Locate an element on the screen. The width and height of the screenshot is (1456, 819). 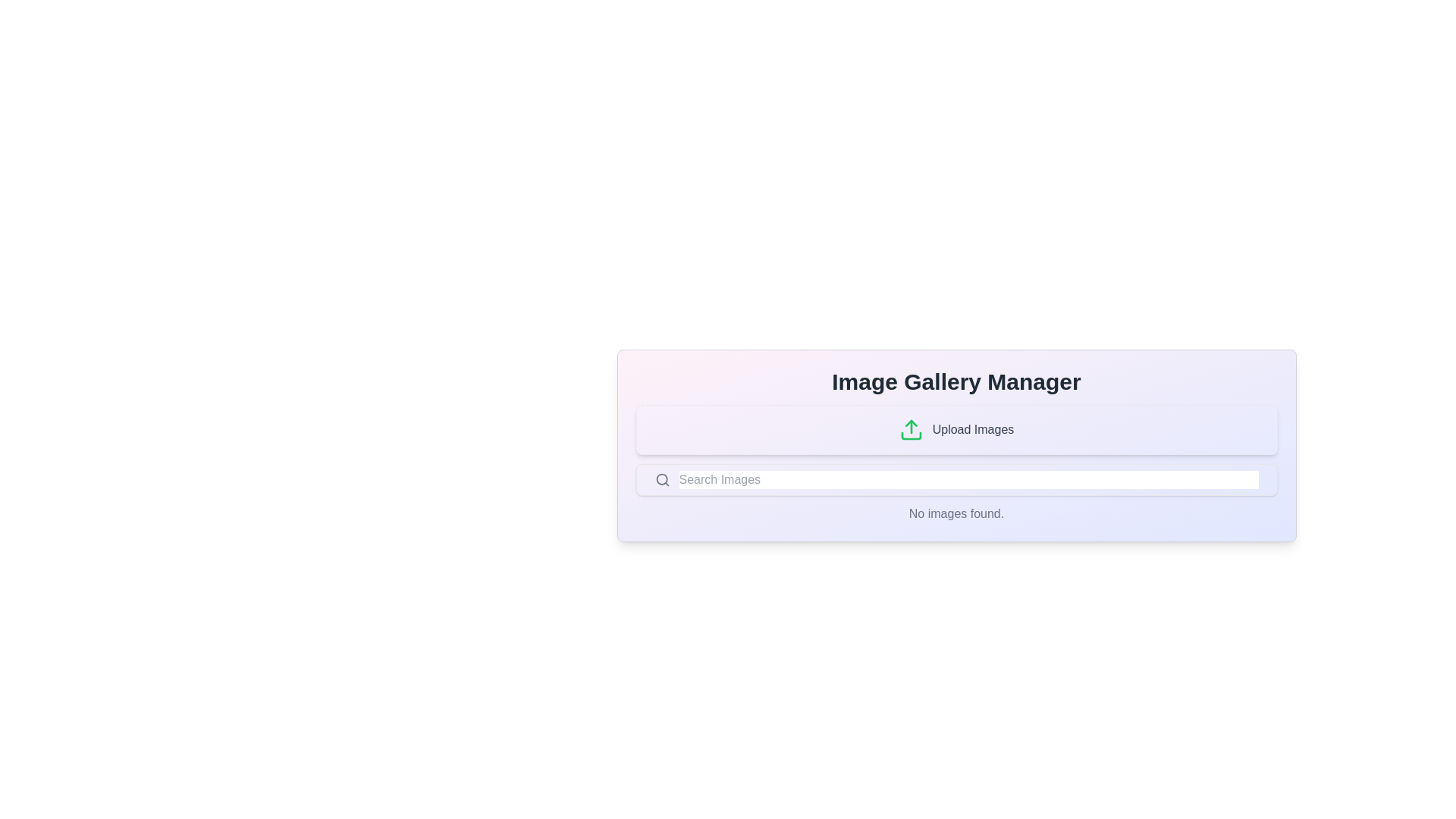
the text label that reads 'No images found.' which is styled in light gray and centered at the bottom of its section, directly below the 'Upload Images' button and above a search bar is located at coordinates (955, 513).